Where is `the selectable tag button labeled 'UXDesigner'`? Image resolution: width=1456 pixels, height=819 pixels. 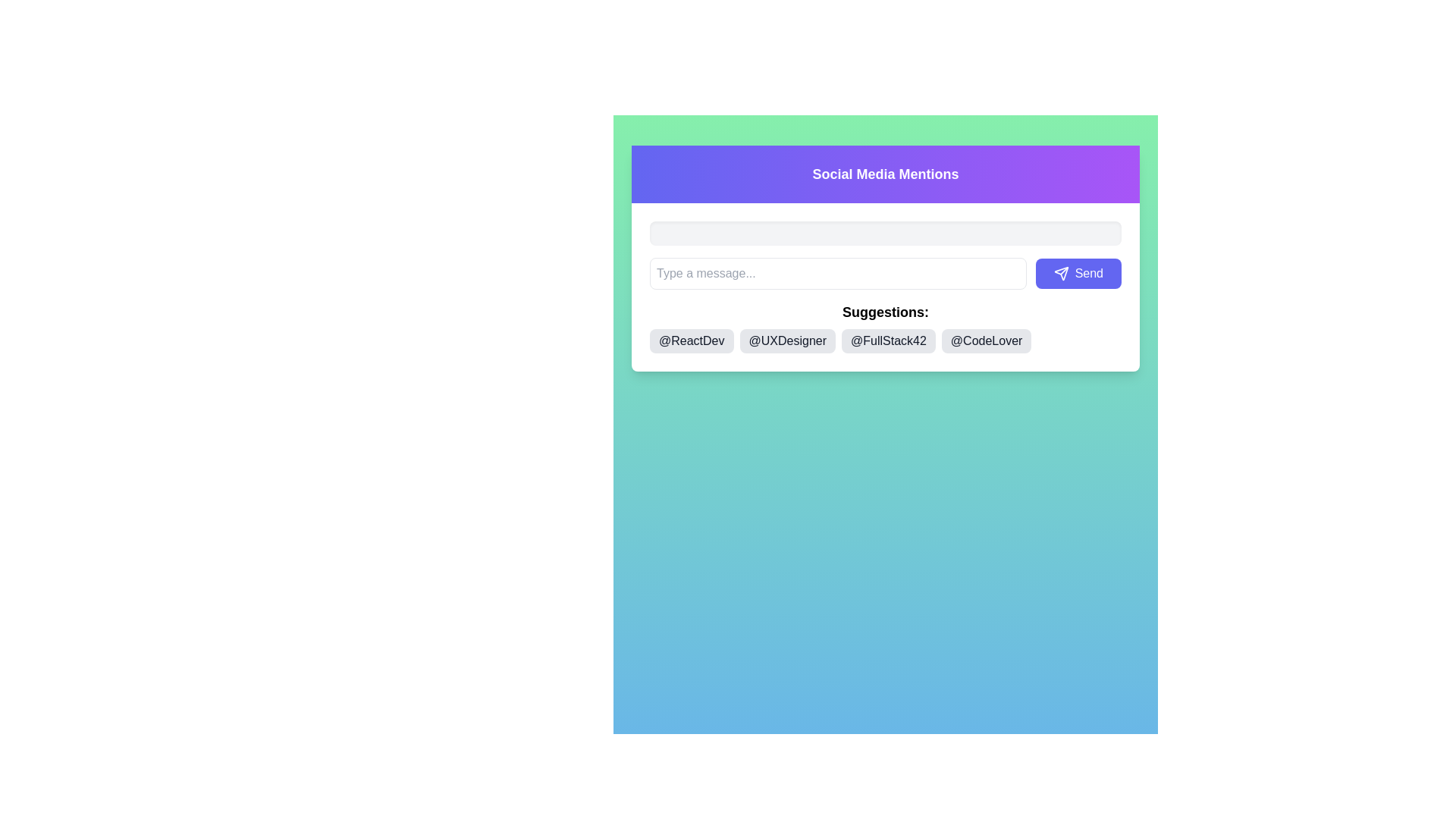
the selectable tag button labeled 'UXDesigner' is located at coordinates (787, 341).